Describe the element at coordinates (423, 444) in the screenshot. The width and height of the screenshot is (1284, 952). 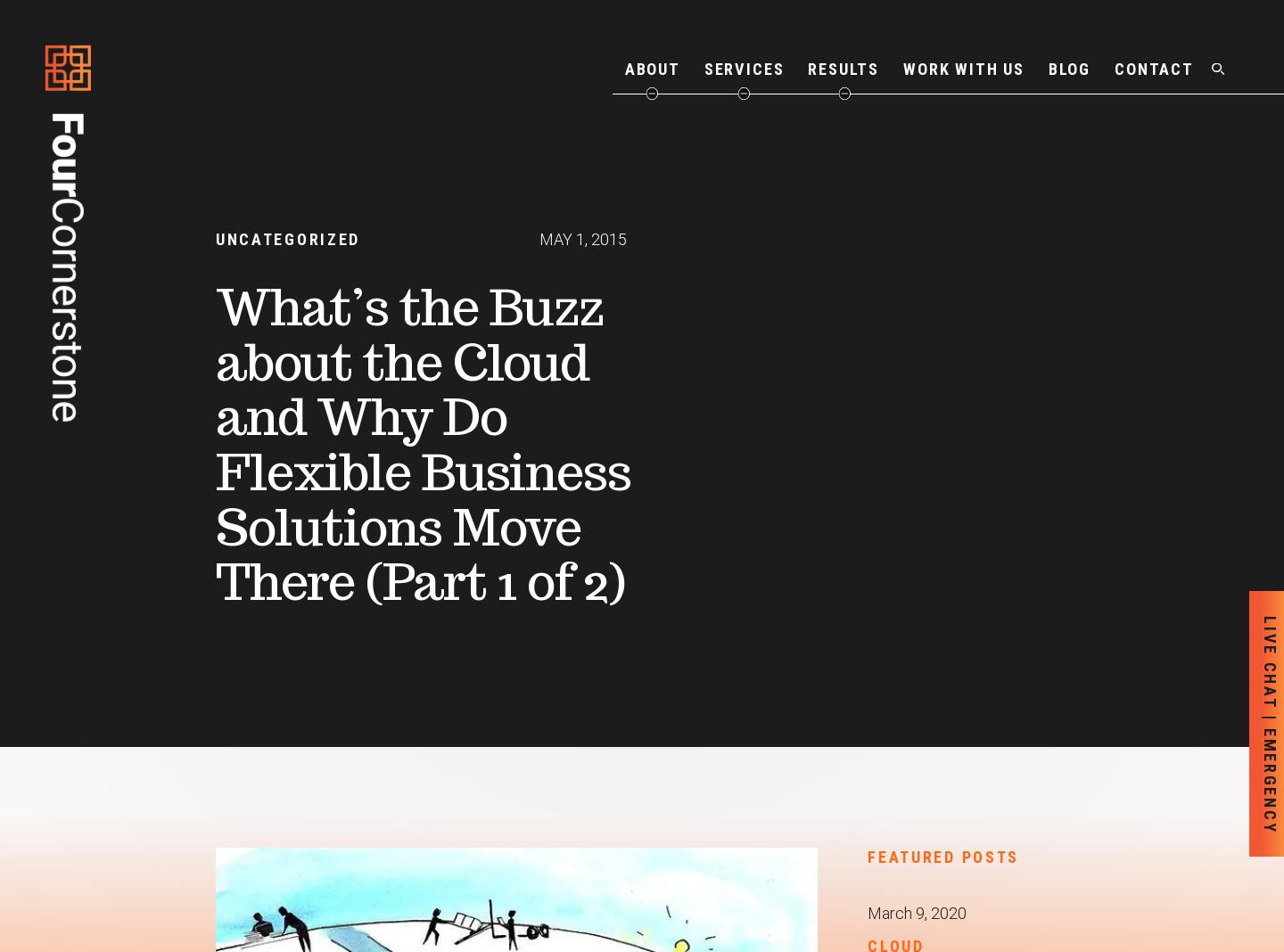
I see `'What’s the Buzz about the Cloud and Why Do Flexible Business Solutions Move There (Part 1 of 2)'` at that location.